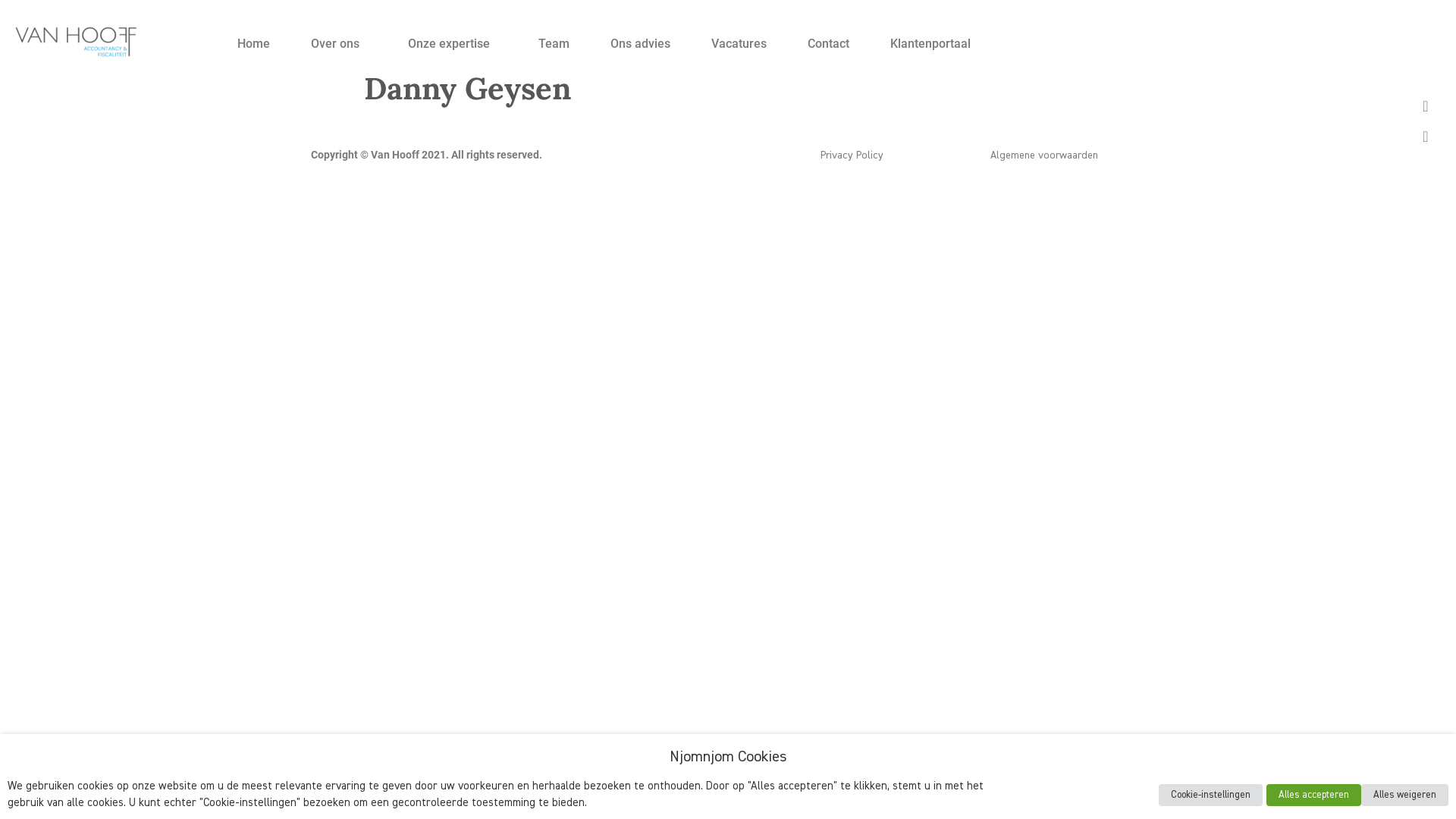  I want to click on 'Vacatures', so click(690, 42).